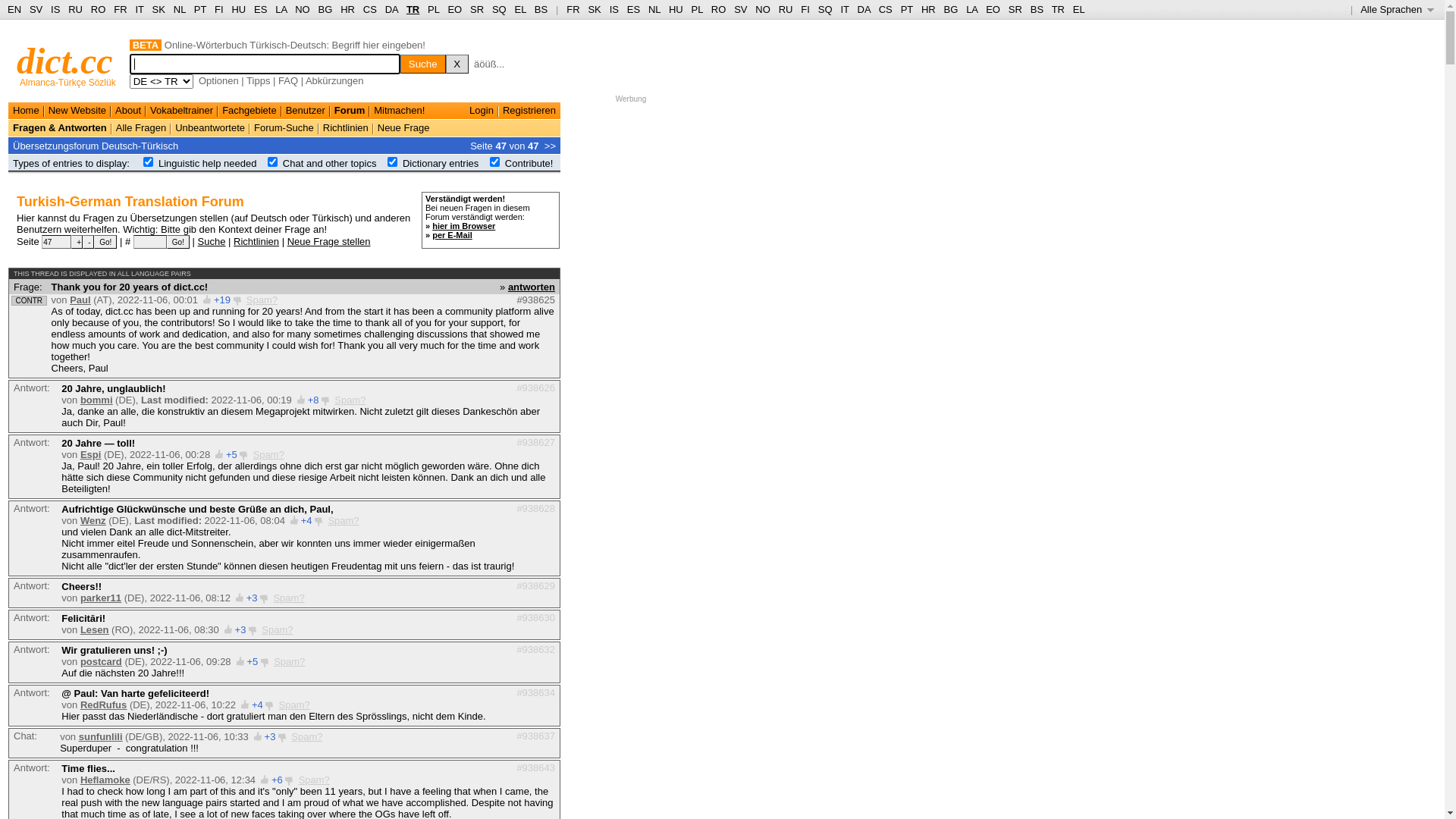 This screenshot has height=819, width=1456. I want to click on 'dict.cc', so click(64, 60).